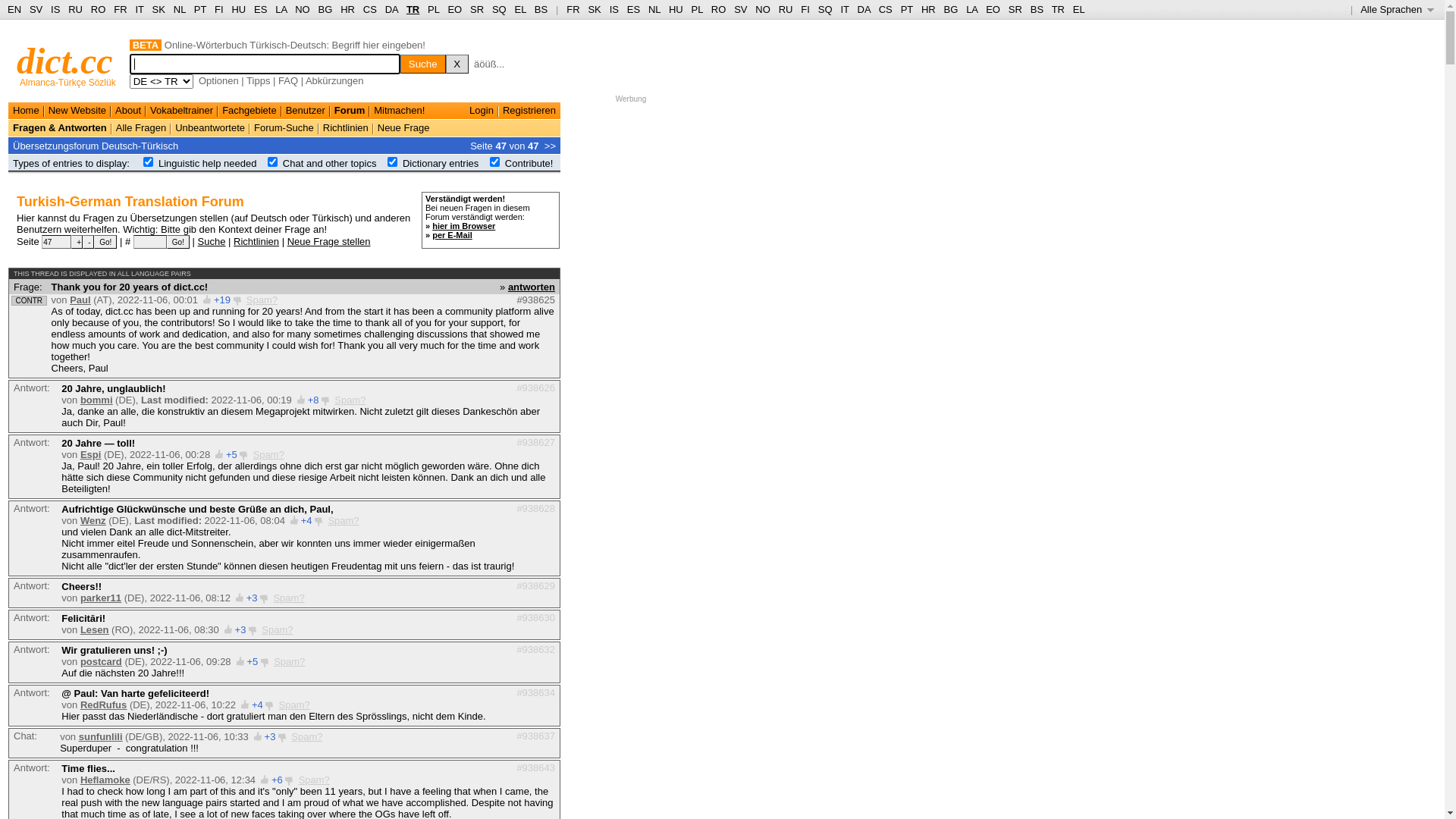 This screenshot has height=819, width=1456. I want to click on 'dict.cc', so click(64, 60).